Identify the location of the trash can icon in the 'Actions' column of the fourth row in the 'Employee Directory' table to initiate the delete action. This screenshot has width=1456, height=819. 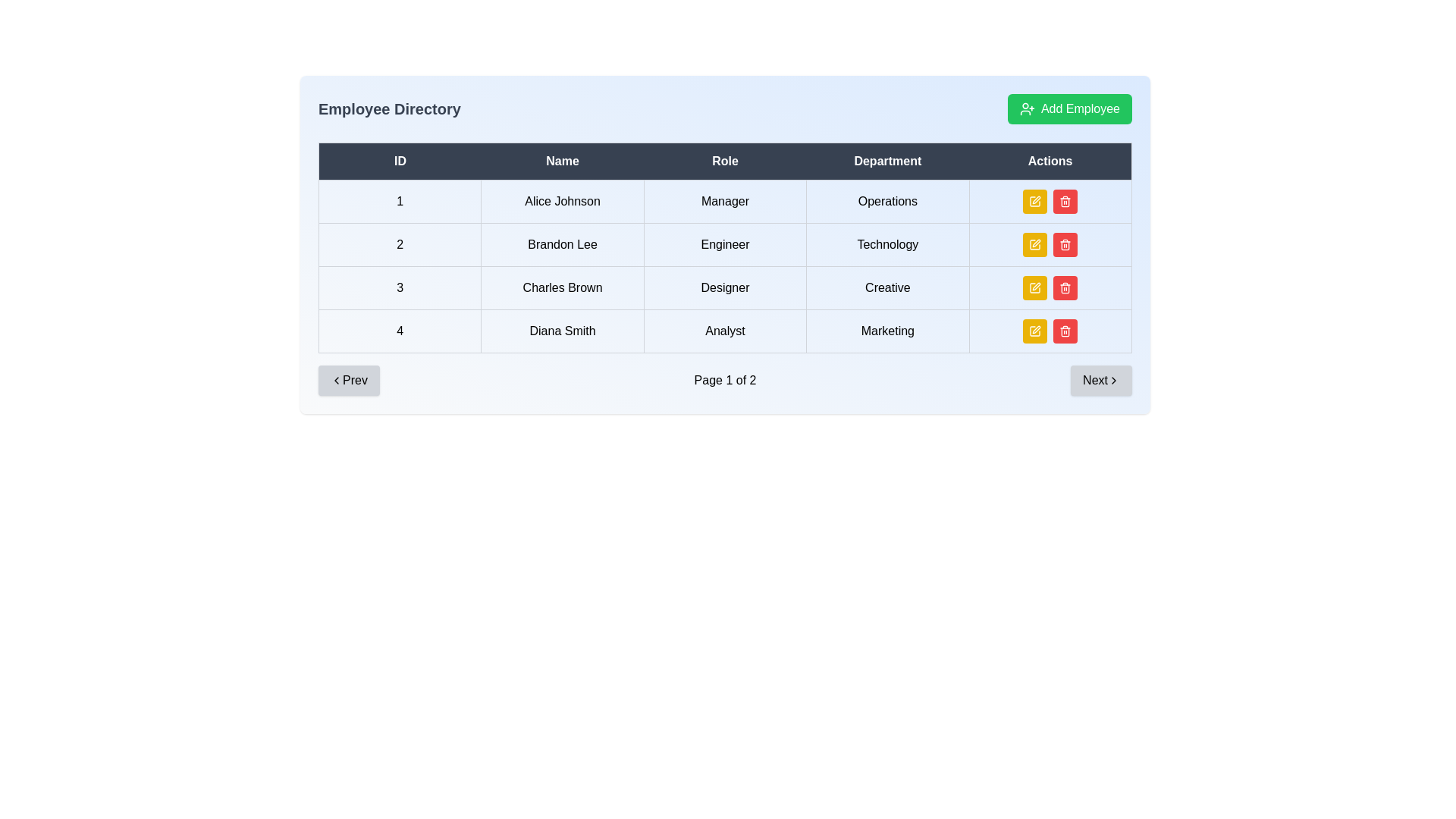
(1065, 289).